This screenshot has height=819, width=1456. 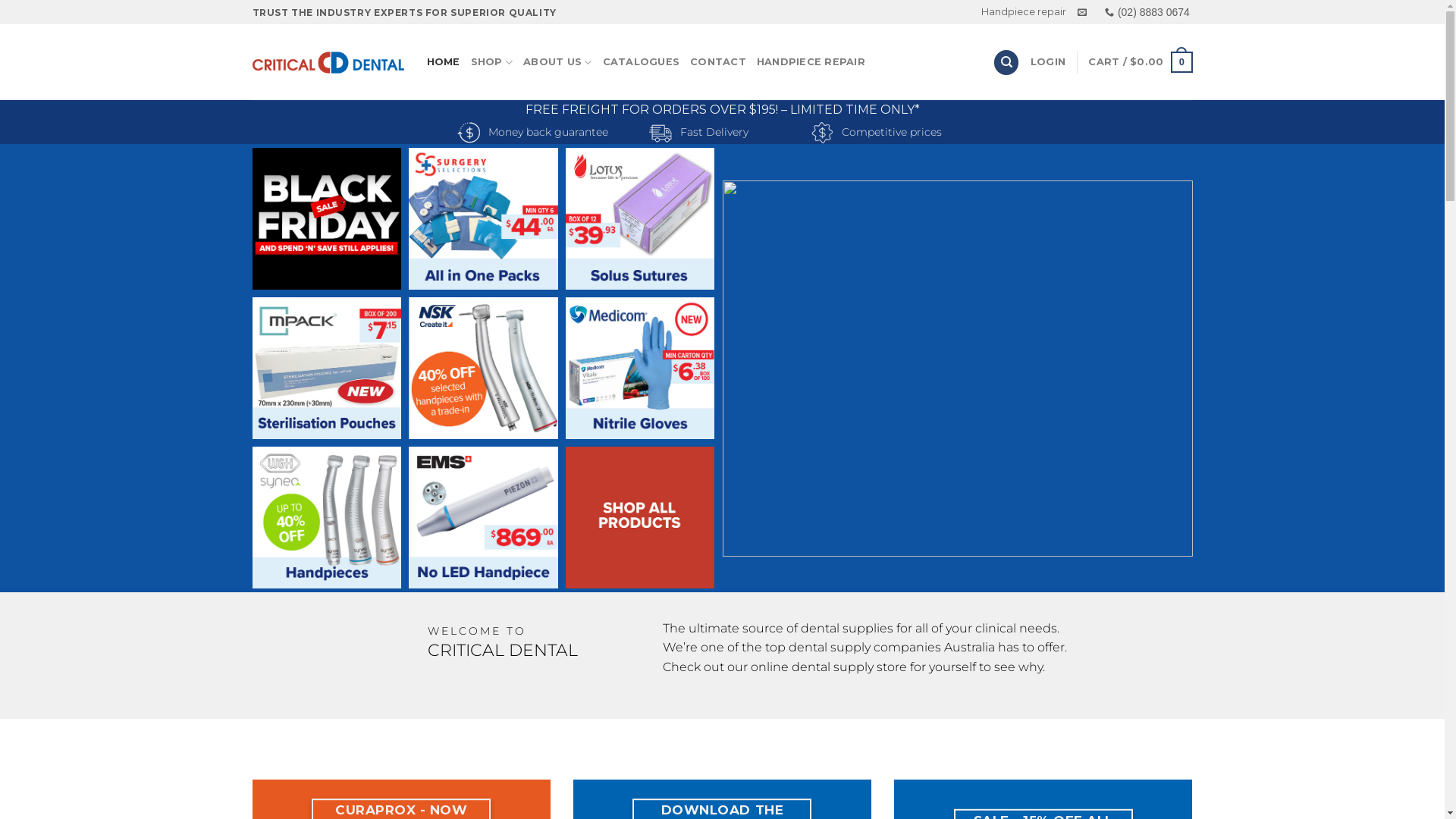 I want to click on 'CONTACT', so click(x=717, y=61).